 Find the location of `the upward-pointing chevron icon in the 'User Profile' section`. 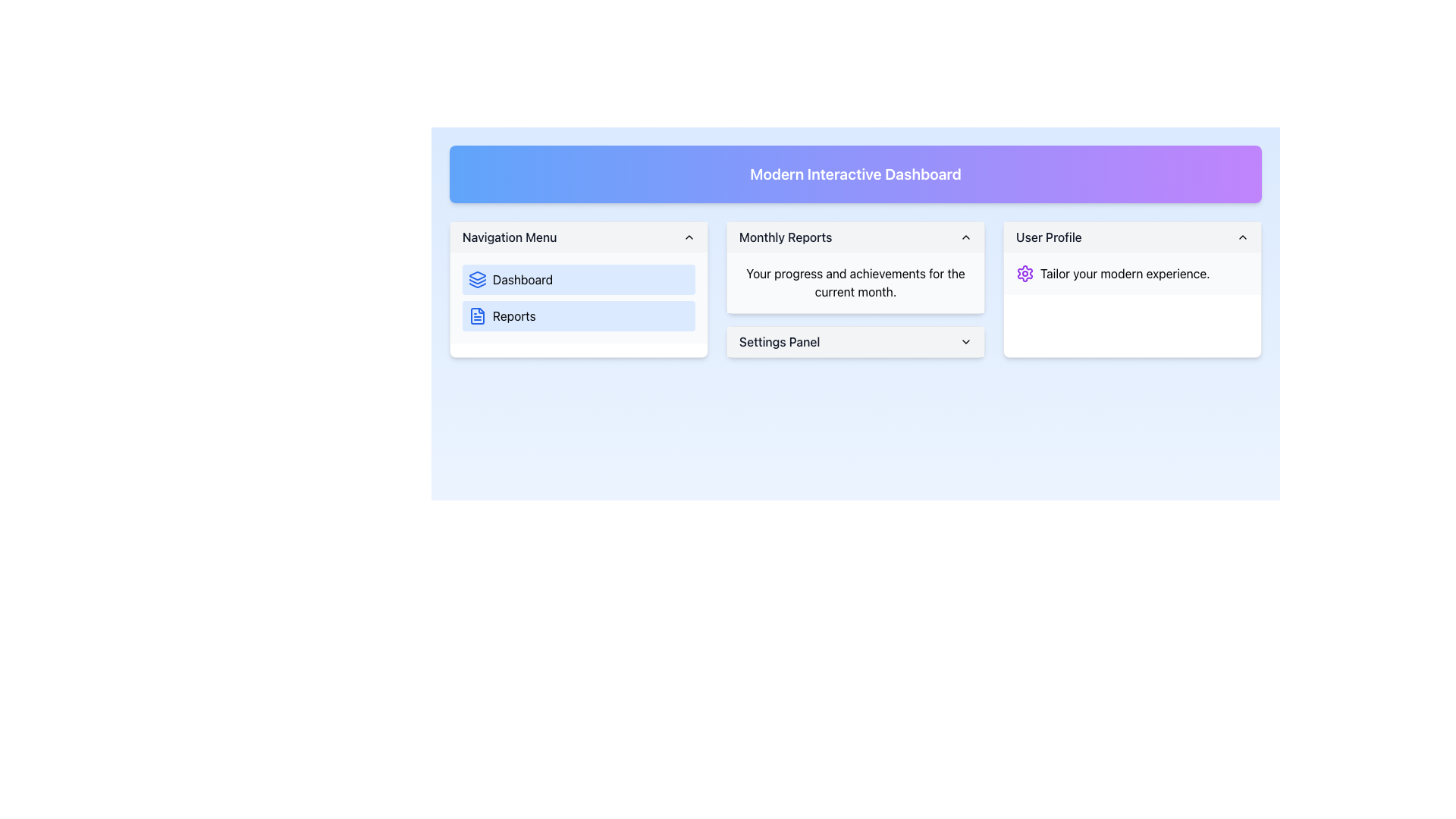

the upward-pointing chevron icon in the 'User Profile' section is located at coordinates (1242, 237).